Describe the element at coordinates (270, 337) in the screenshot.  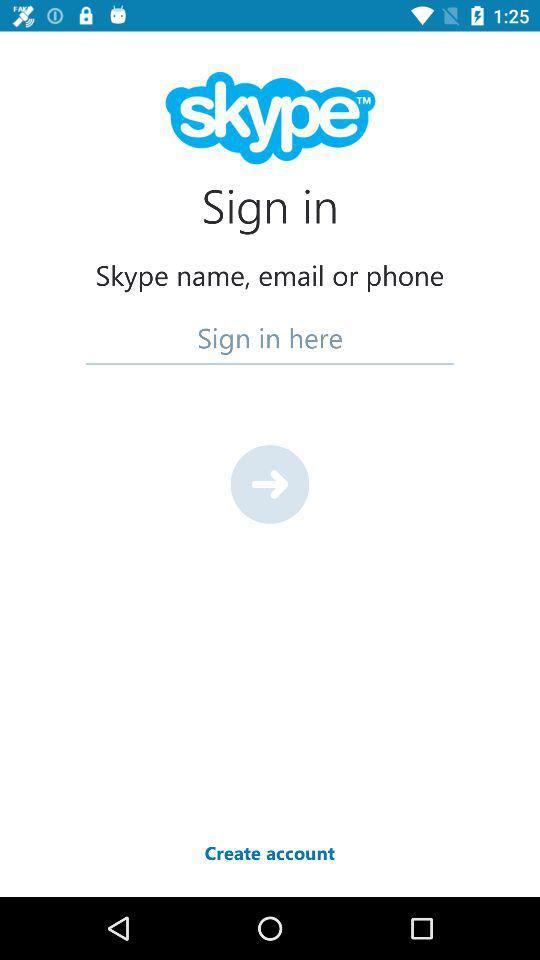
I see `icon below the skype name email item` at that location.